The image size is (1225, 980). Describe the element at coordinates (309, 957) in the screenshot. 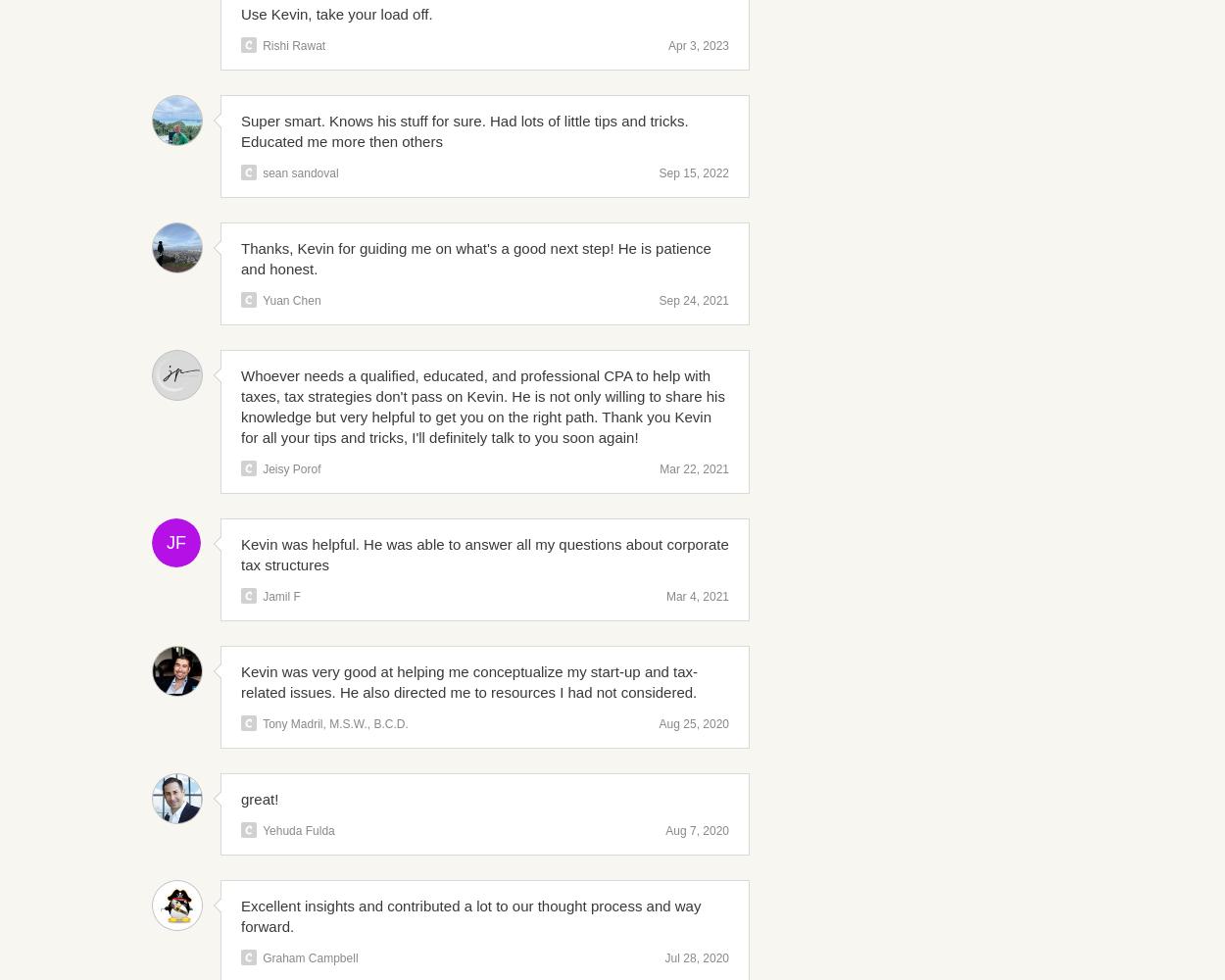

I see `'Graham Campbell'` at that location.